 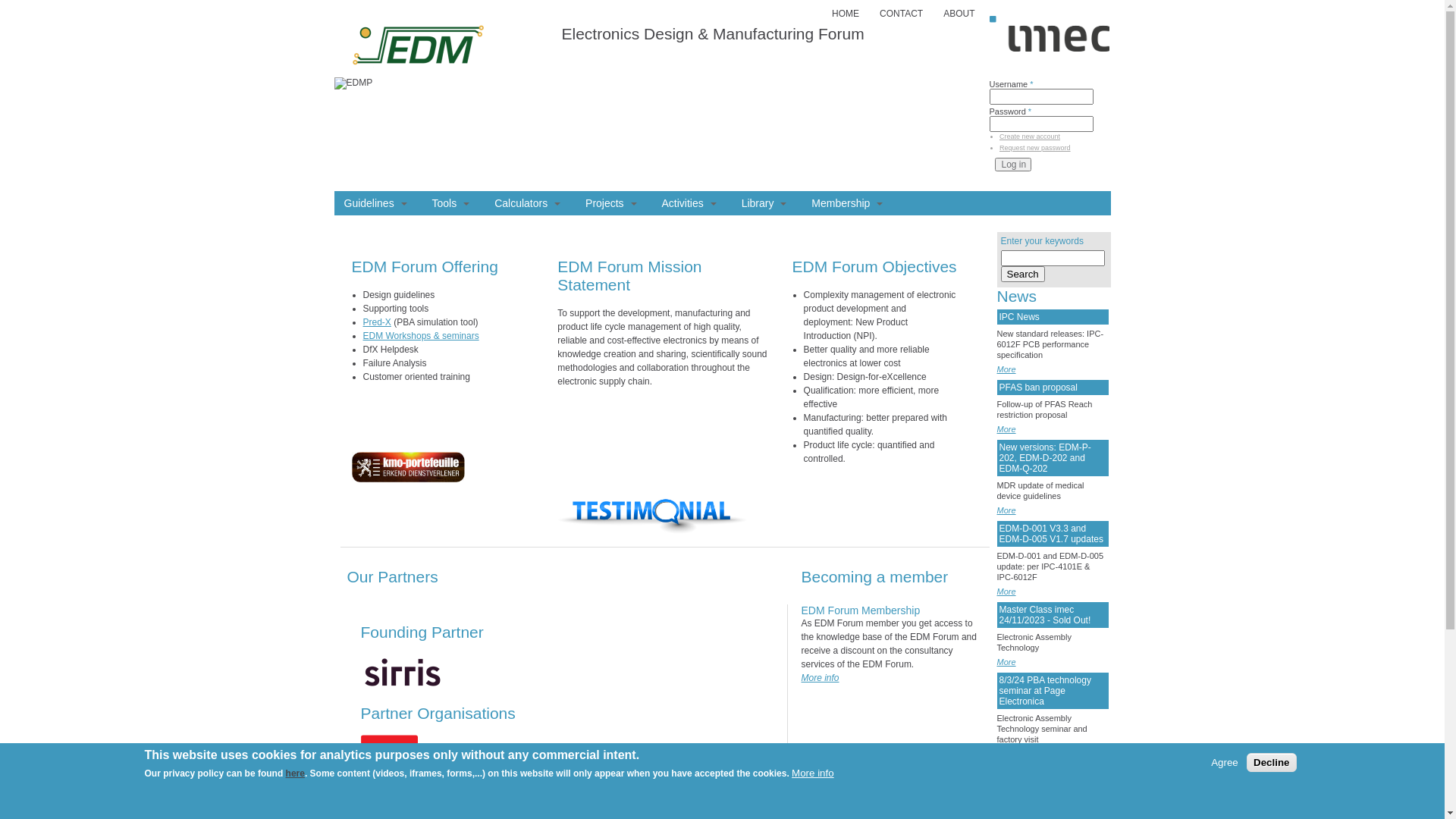 I want to click on 'More info', so click(x=818, y=677).